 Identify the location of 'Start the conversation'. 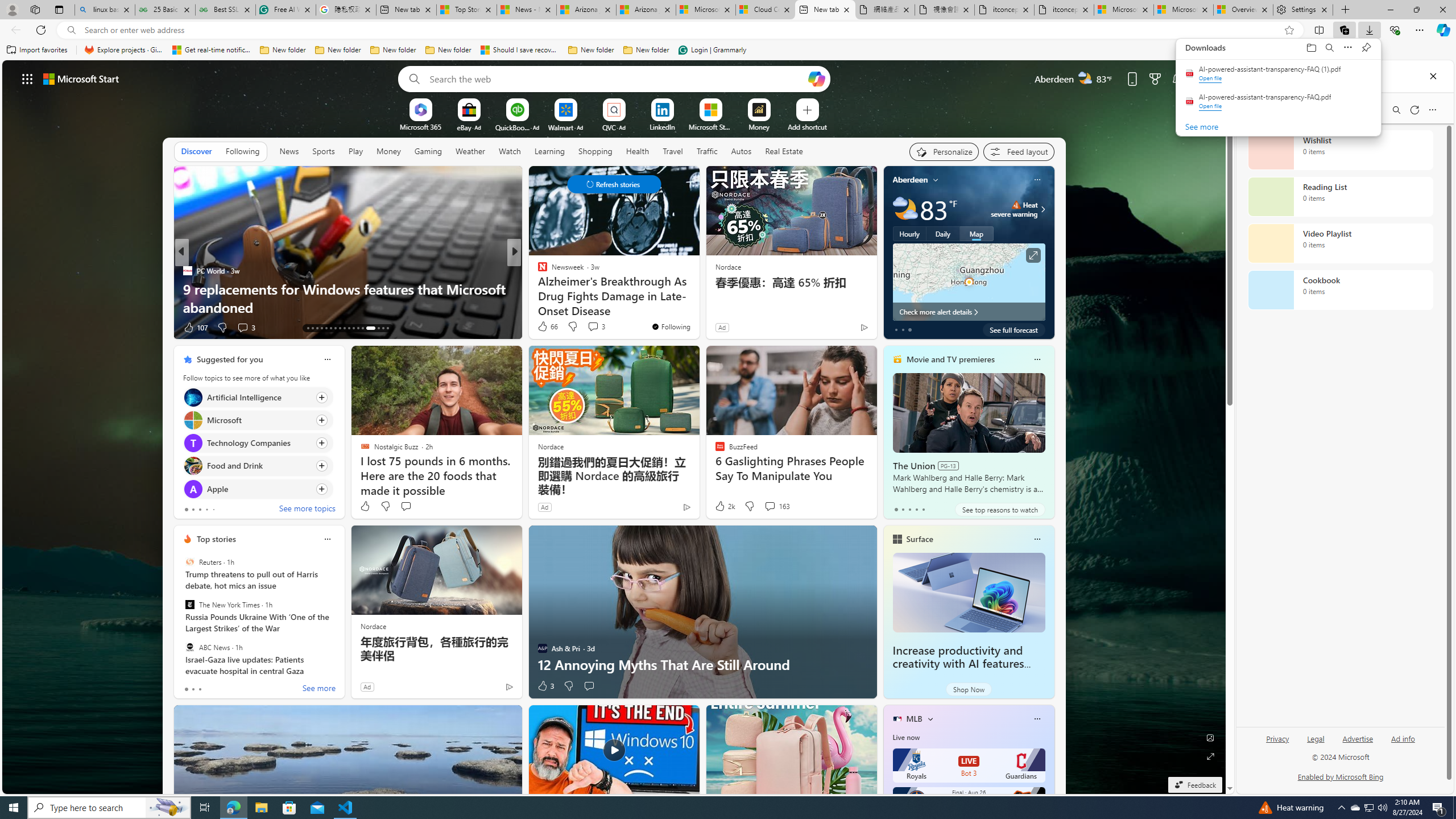
(589, 686).